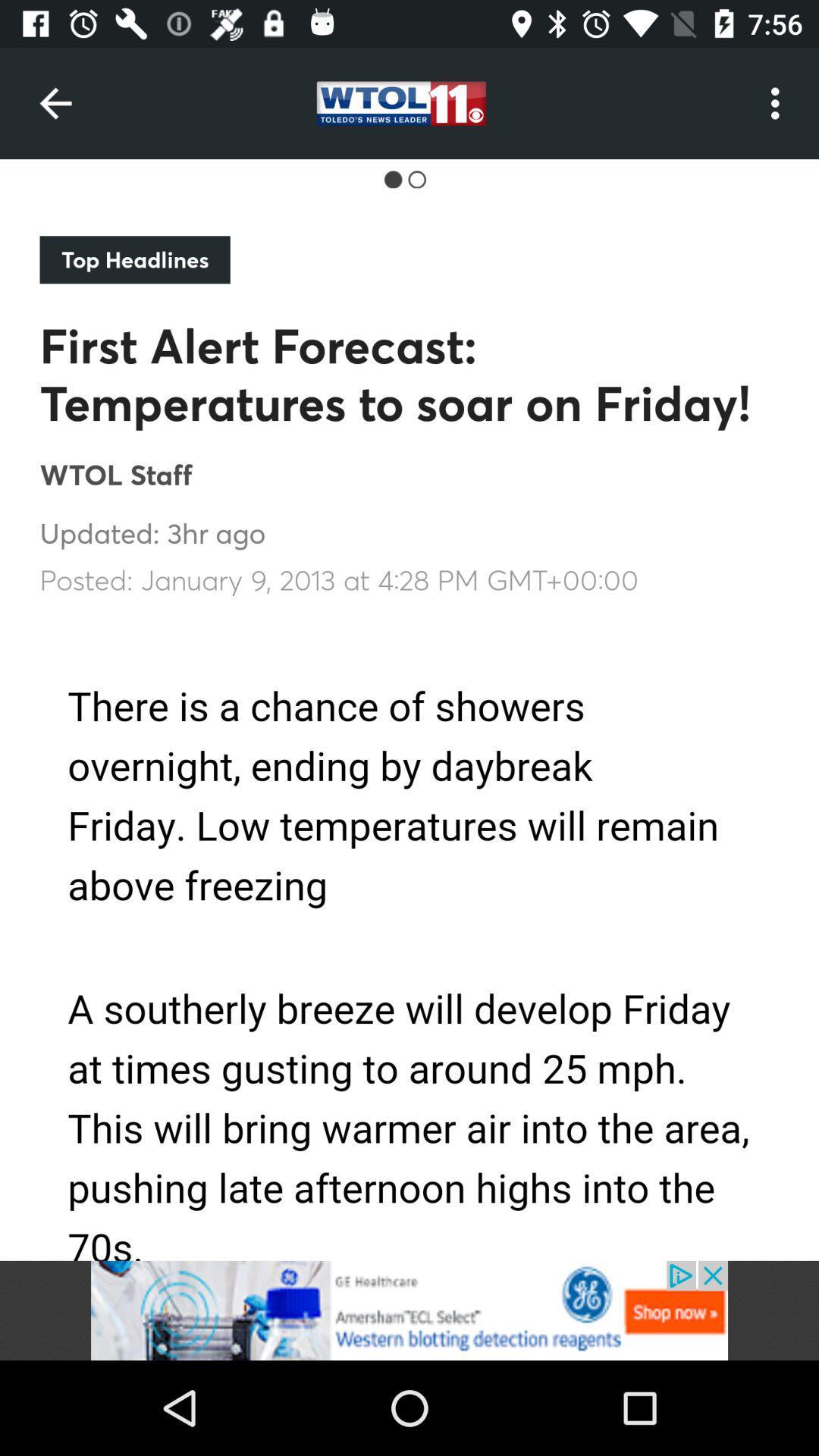 The height and width of the screenshot is (1456, 819). What do you see at coordinates (409, 1310) in the screenshot?
I see `option` at bounding box center [409, 1310].